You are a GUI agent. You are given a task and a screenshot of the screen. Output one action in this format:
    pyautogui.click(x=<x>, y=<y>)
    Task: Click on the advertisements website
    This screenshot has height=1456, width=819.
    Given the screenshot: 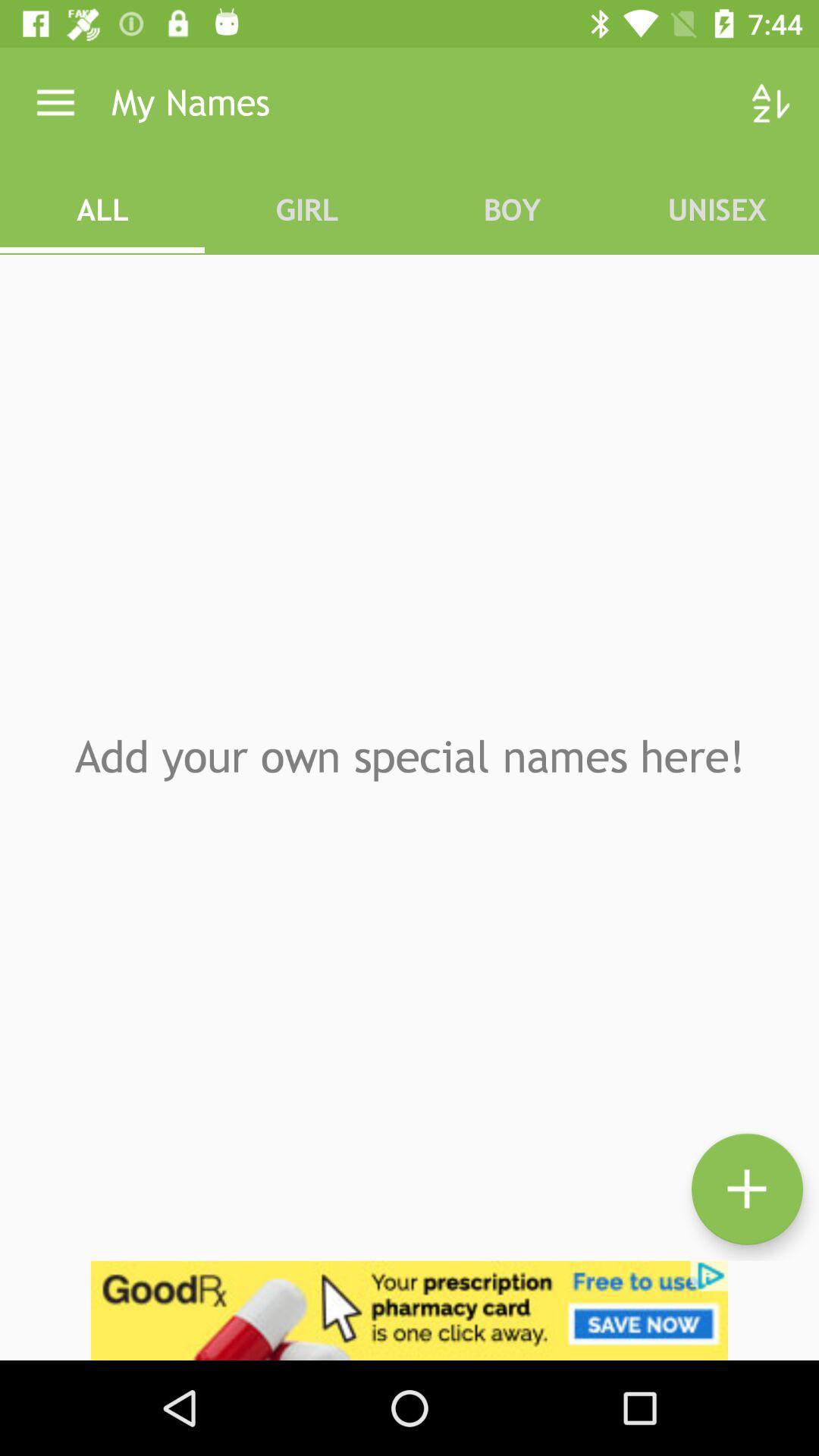 What is the action you would take?
    pyautogui.click(x=409, y=1310)
    